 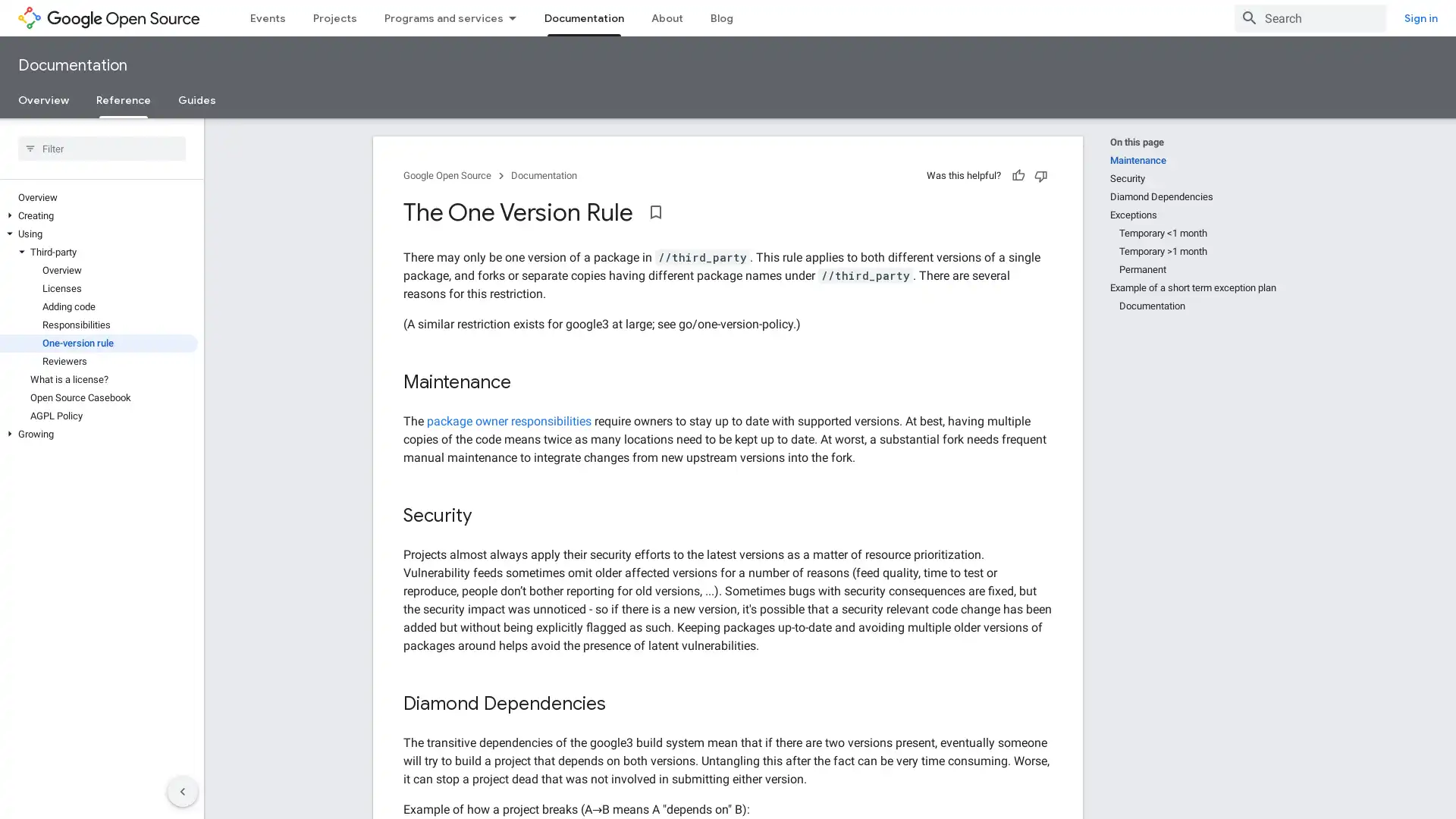 What do you see at coordinates (1018, 174) in the screenshot?
I see `Helpful` at bounding box center [1018, 174].